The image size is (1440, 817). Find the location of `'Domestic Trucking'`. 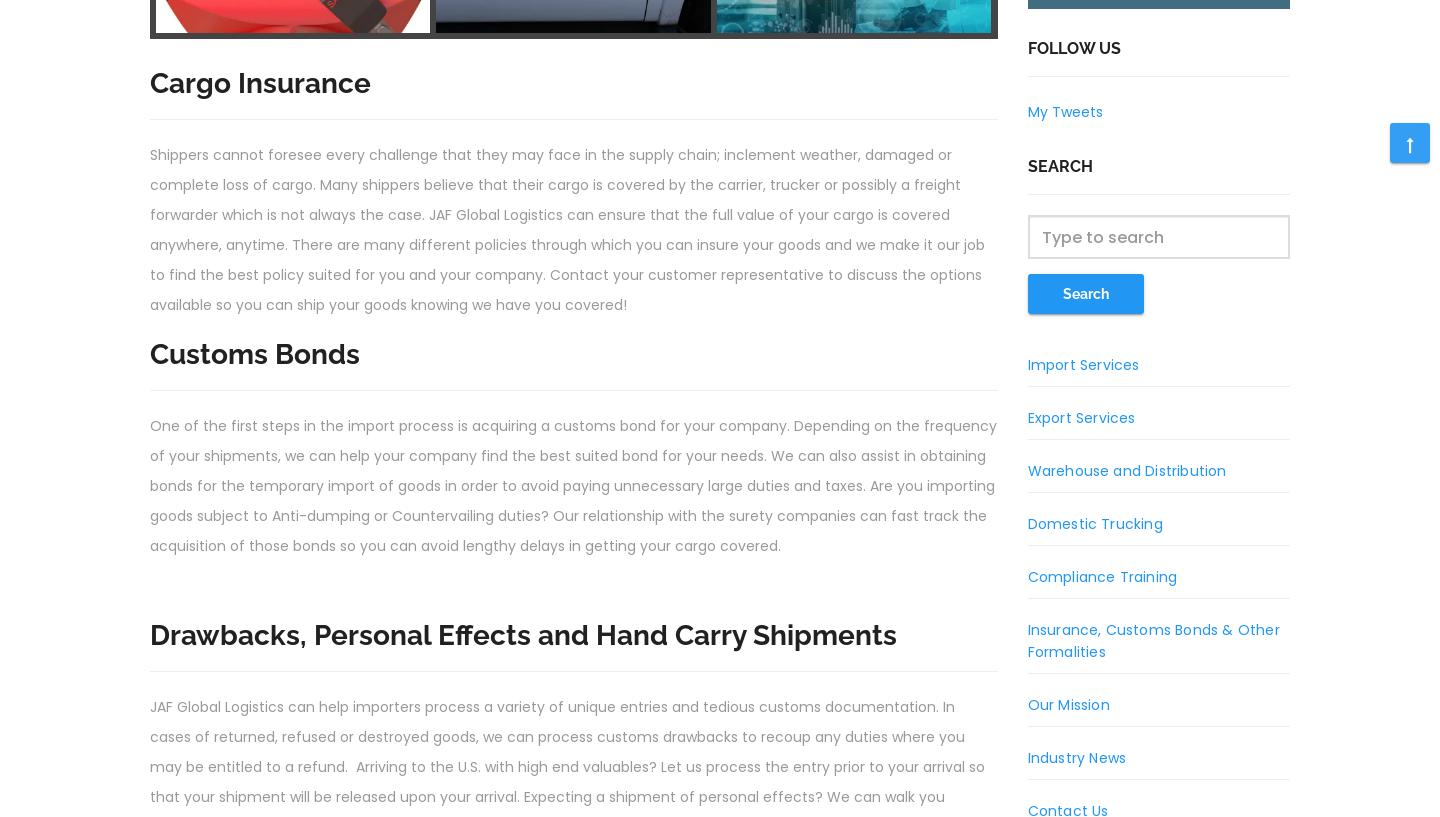

'Domestic Trucking' is located at coordinates (1093, 523).